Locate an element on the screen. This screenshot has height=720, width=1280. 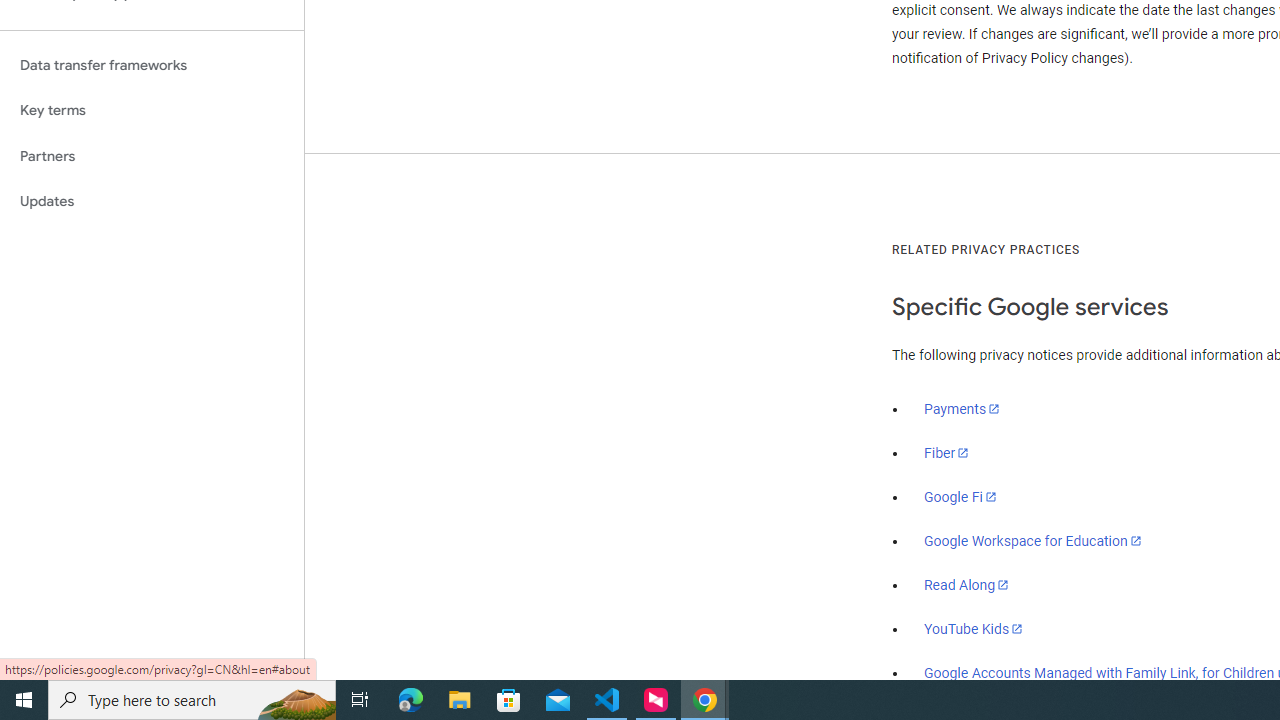
'Read Along' is located at coordinates (967, 585).